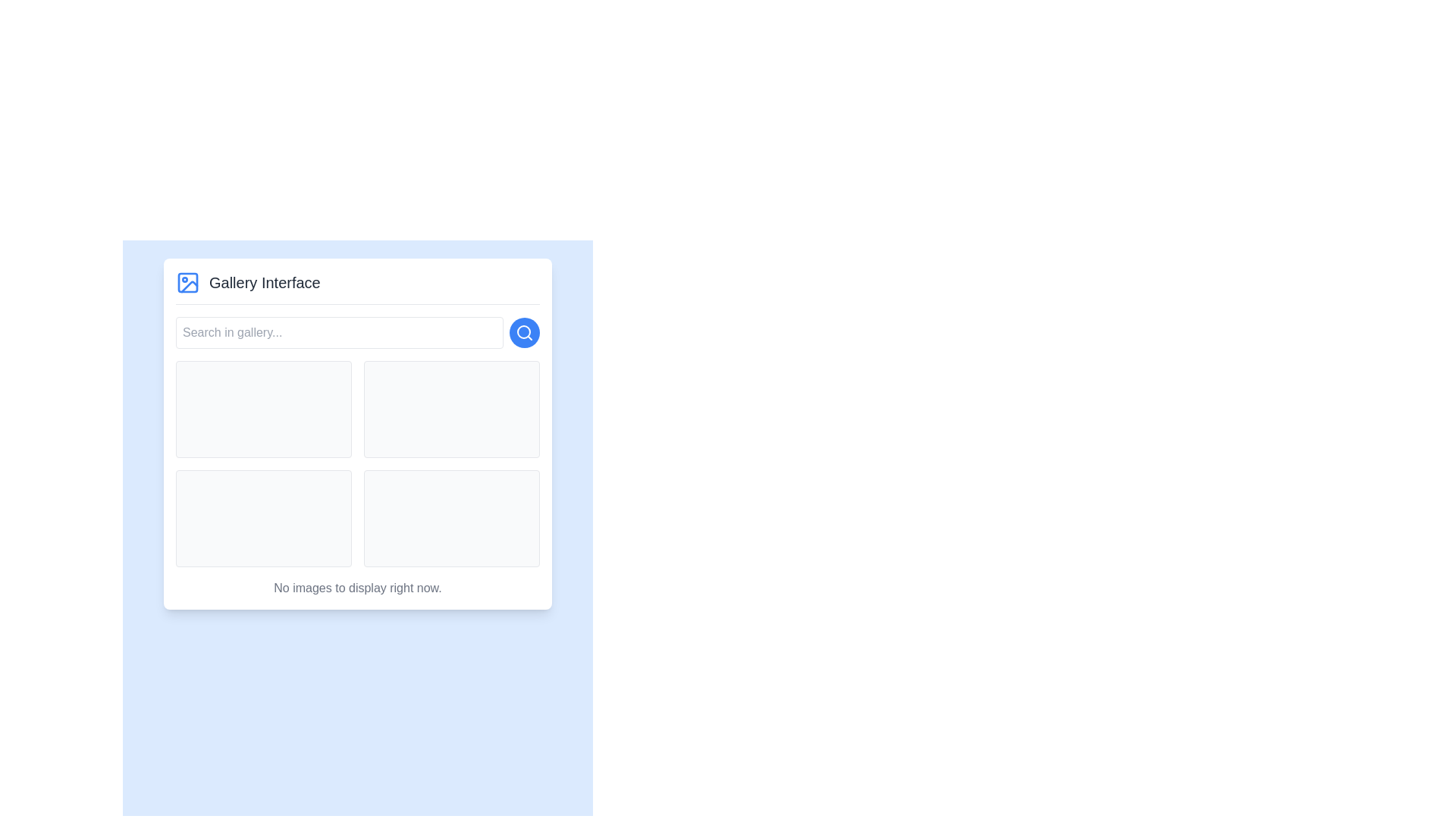  Describe the element at coordinates (450, 517) in the screenshot. I see `the bottom-right Placeholder box in the grid layout` at that location.